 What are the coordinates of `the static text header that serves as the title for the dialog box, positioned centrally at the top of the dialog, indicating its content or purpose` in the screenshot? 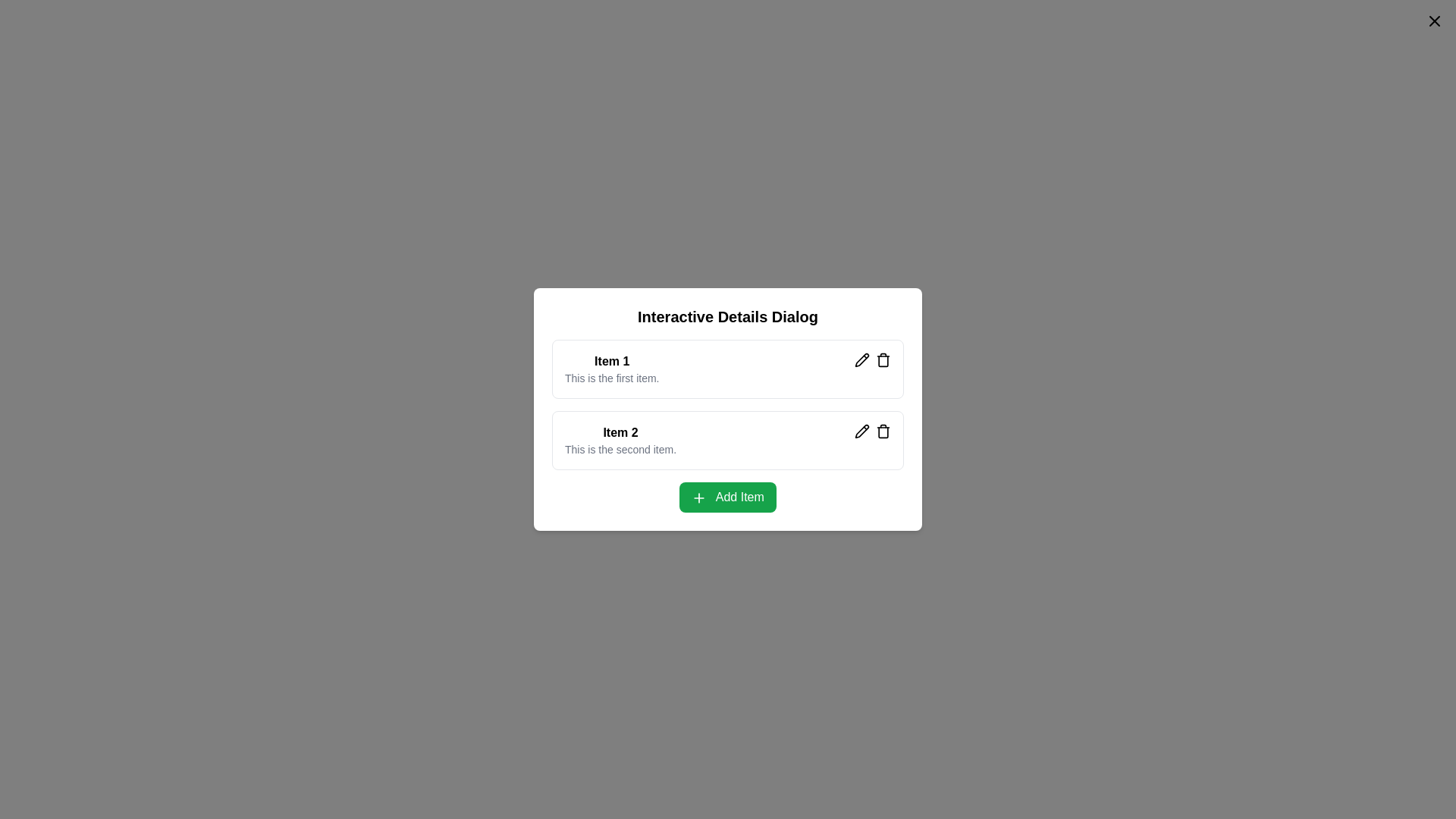 It's located at (728, 315).